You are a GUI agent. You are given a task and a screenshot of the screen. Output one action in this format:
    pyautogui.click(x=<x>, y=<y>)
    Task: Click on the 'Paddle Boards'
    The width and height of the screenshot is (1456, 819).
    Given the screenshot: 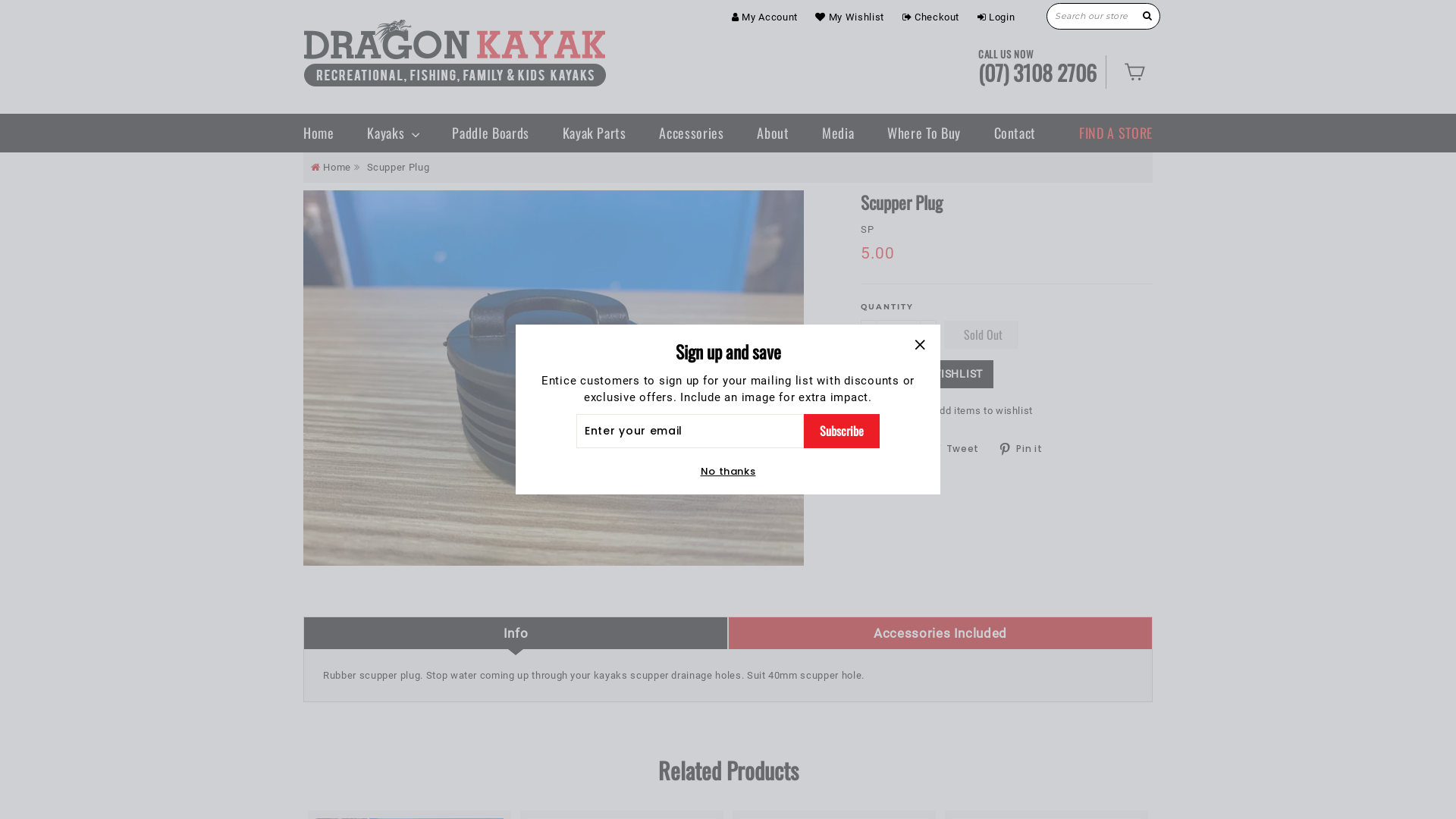 What is the action you would take?
    pyautogui.click(x=490, y=132)
    